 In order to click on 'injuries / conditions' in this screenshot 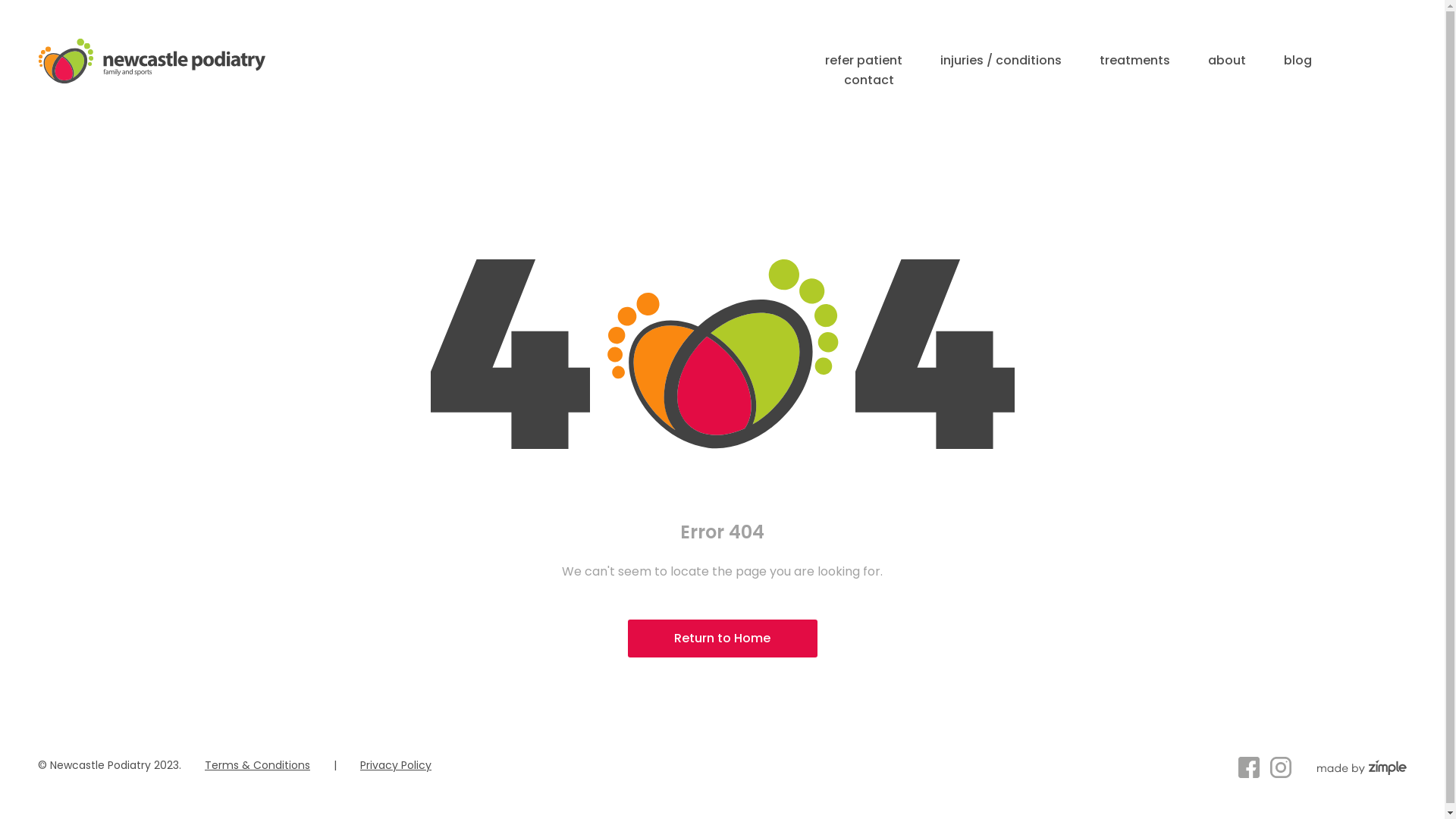, I will do `click(1001, 59)`.